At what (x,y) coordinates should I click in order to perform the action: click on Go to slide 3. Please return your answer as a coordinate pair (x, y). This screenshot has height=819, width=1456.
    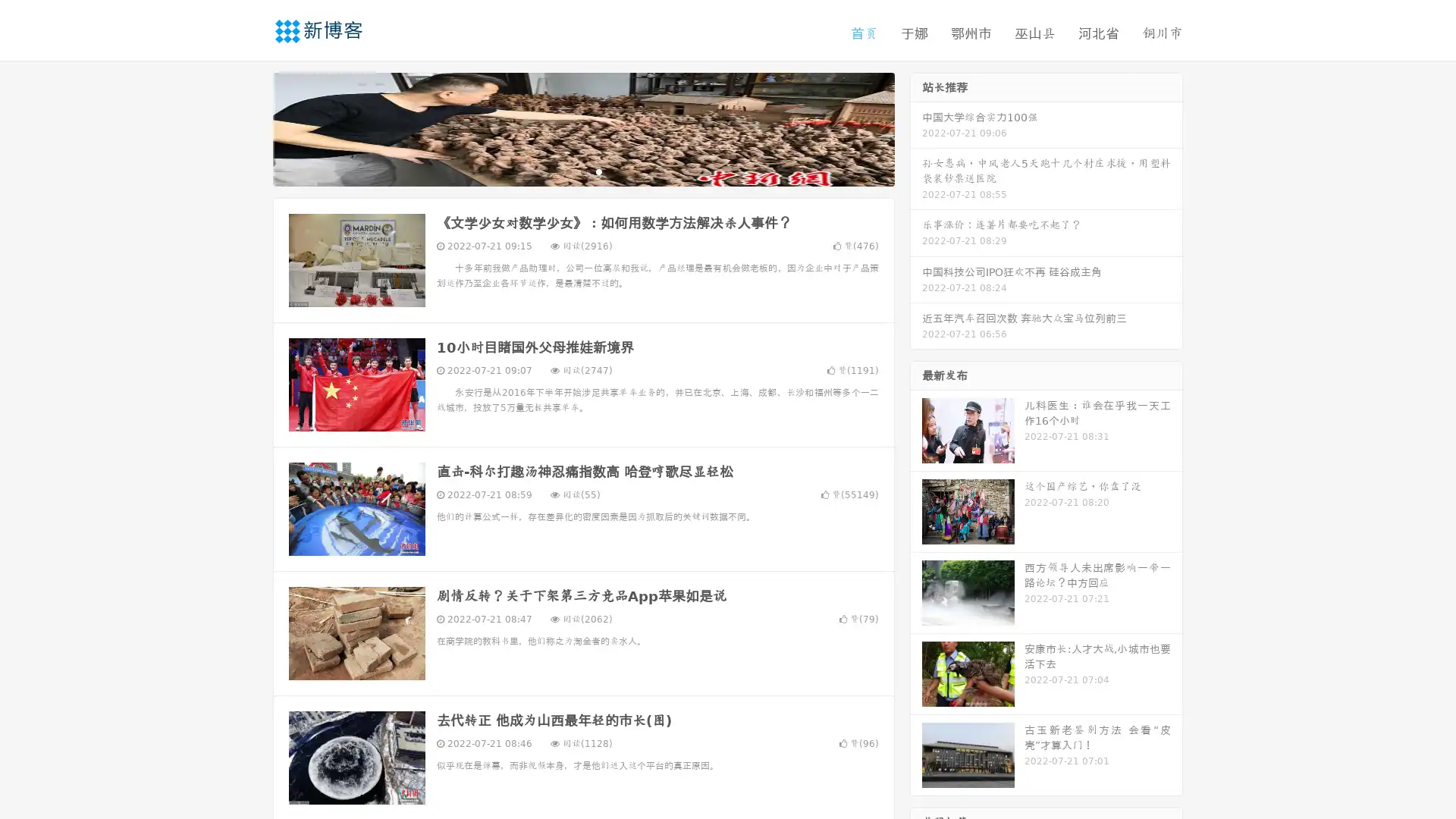
    Looking at the image, I should click on (598, 171).